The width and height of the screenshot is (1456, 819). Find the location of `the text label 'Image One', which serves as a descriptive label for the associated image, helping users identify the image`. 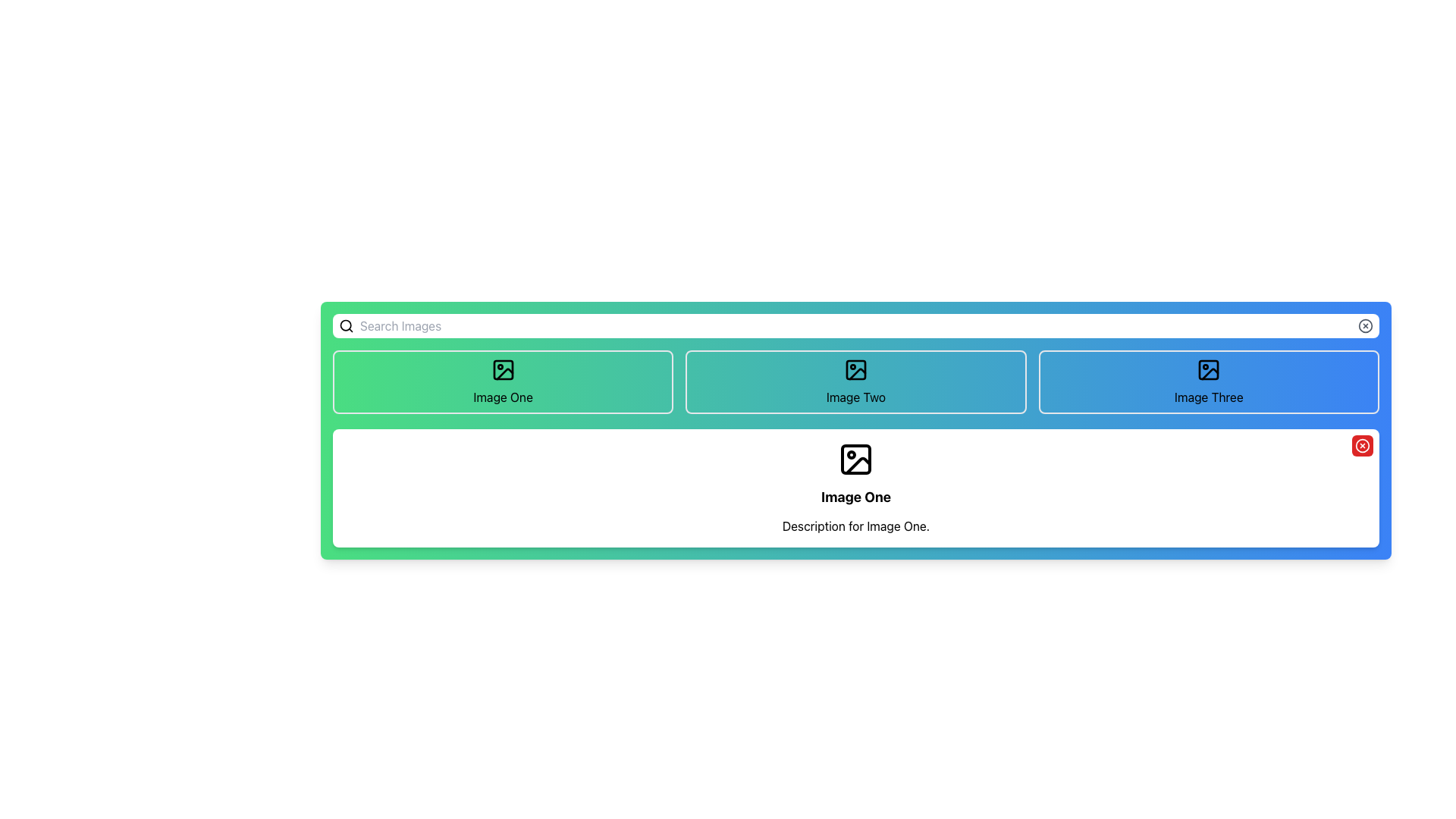

the text label 'Image One', which serves as a descriptive label for the associated image, helping users identify the image is located at coordinates (503, 397).